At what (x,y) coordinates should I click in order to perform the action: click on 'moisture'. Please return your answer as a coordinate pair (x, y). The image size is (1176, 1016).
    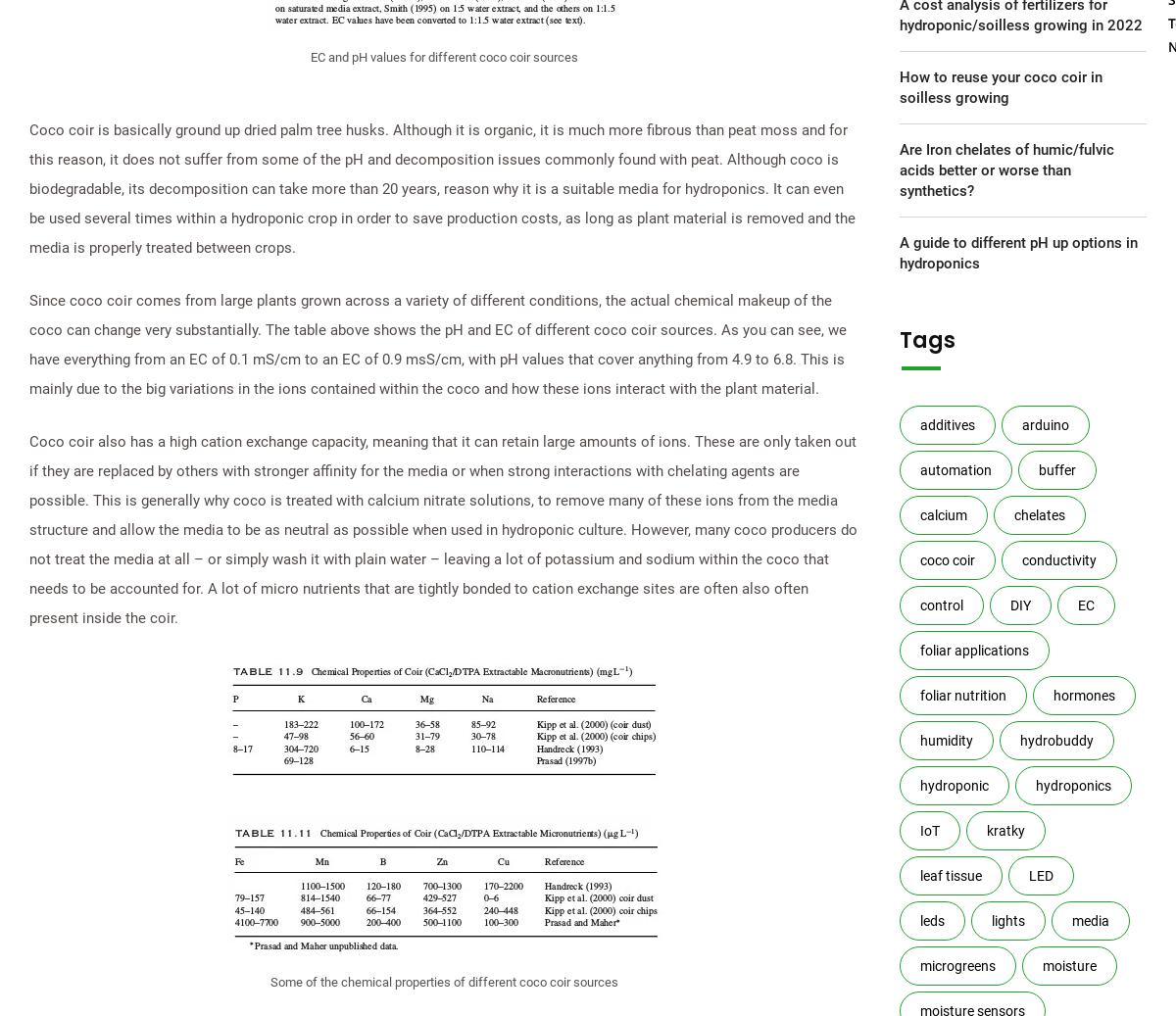
    Looking at the image, I should click on (1067, 965).